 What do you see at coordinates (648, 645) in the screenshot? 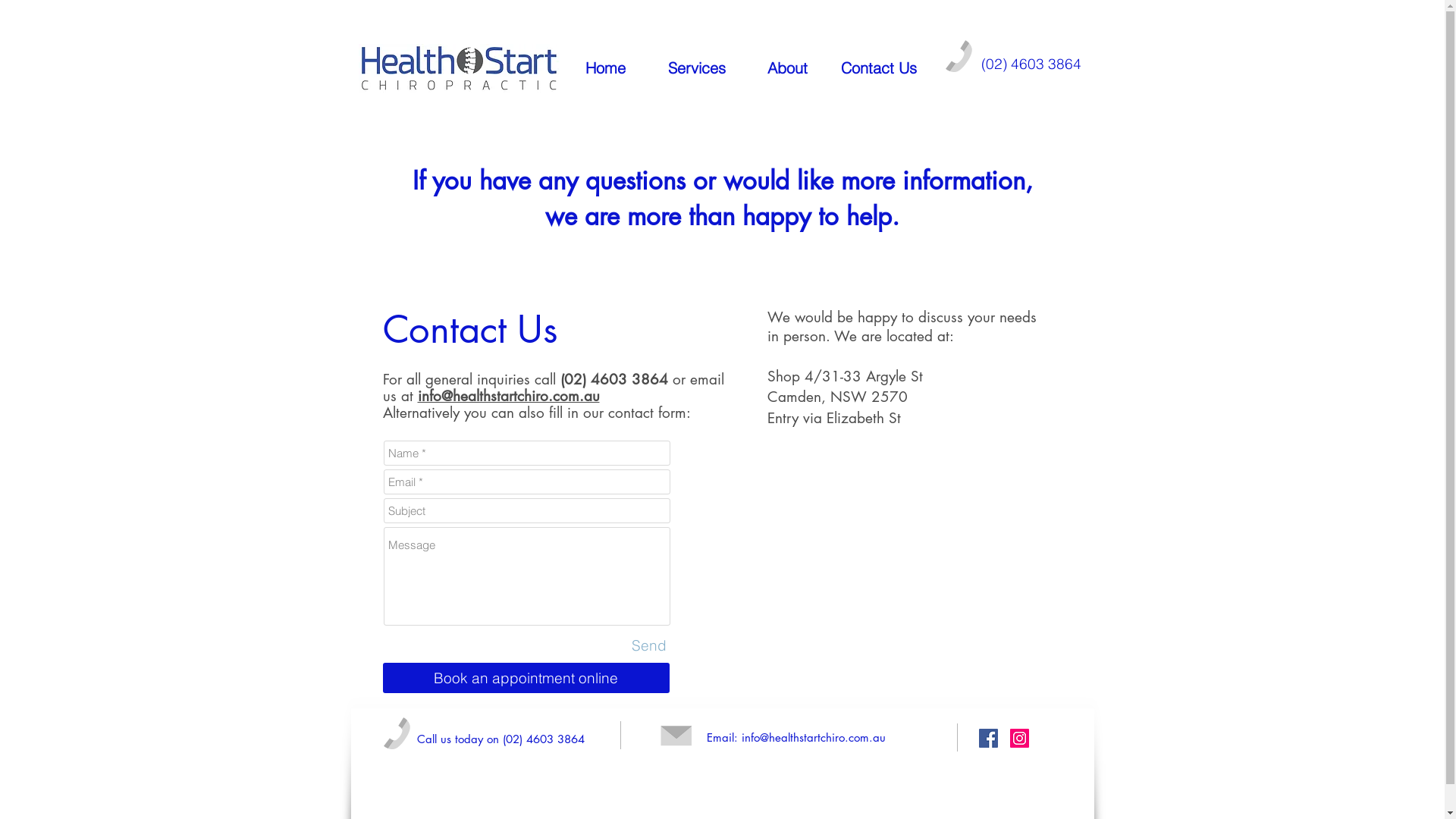
I see `'Send'` at bounding box center [648, 645].